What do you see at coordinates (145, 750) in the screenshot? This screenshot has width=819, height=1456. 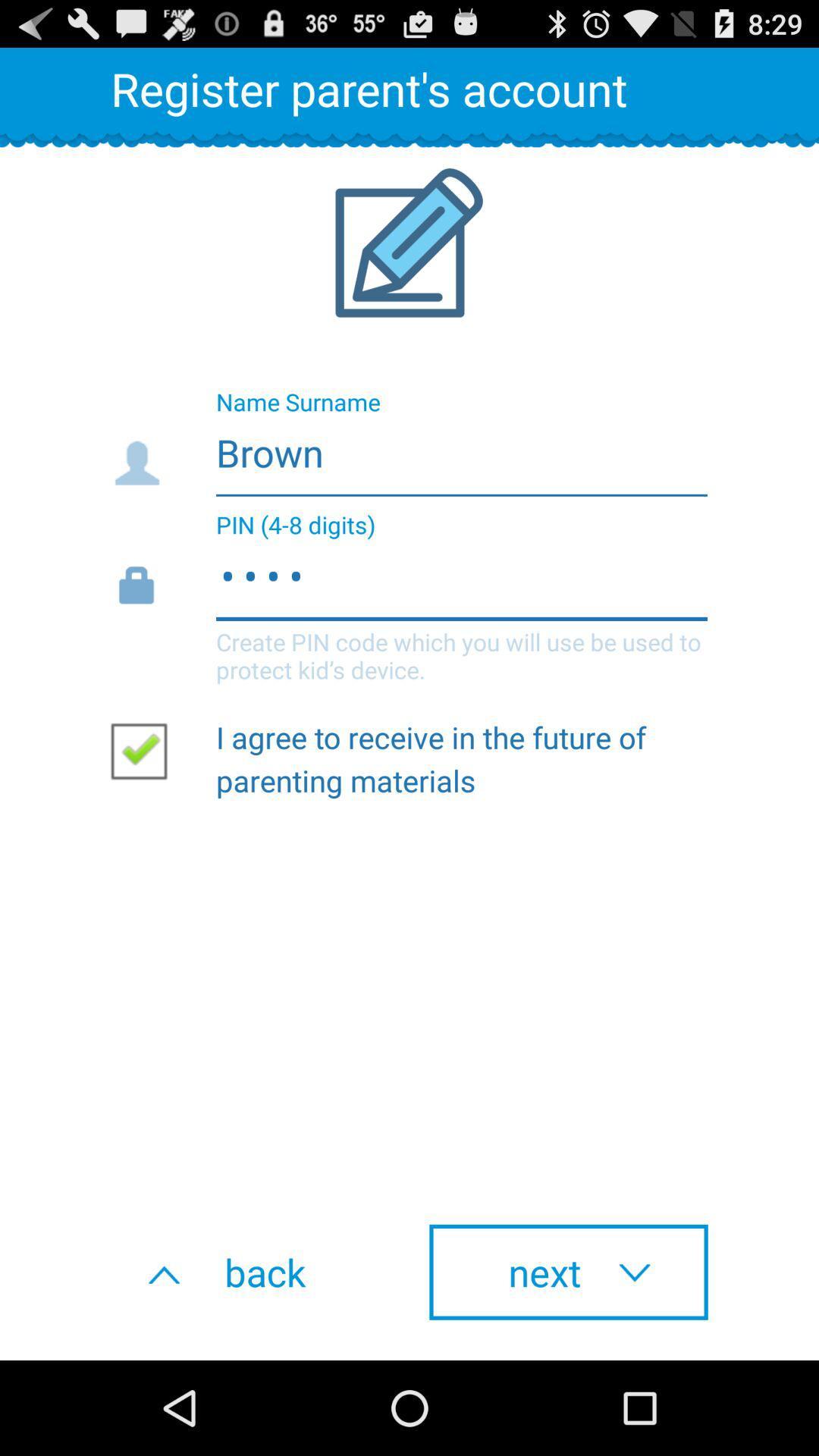 I see `item above back` at bounding box center [145, 750].